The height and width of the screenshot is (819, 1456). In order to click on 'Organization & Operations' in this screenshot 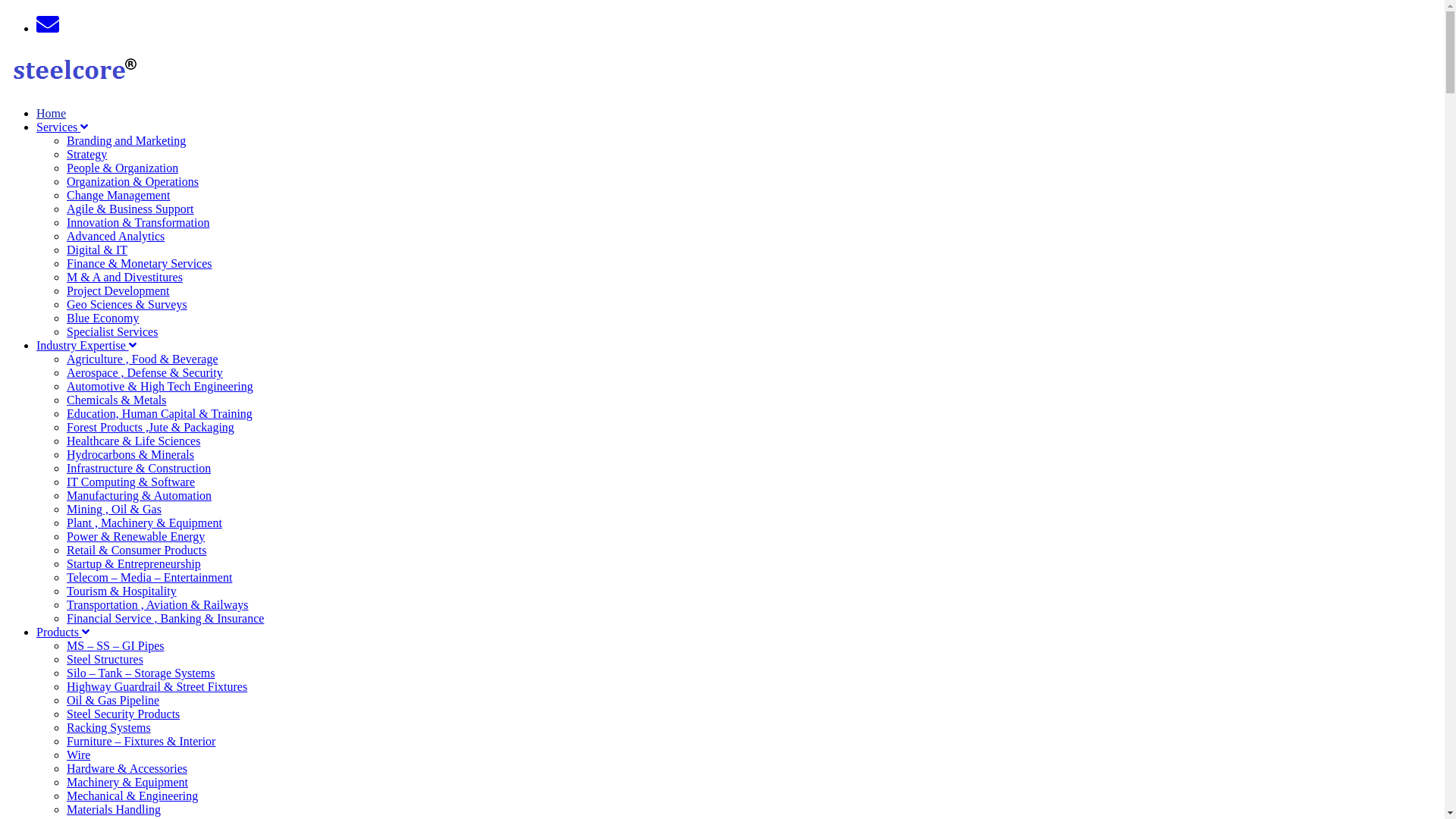, I will do `click(65, 180)`.